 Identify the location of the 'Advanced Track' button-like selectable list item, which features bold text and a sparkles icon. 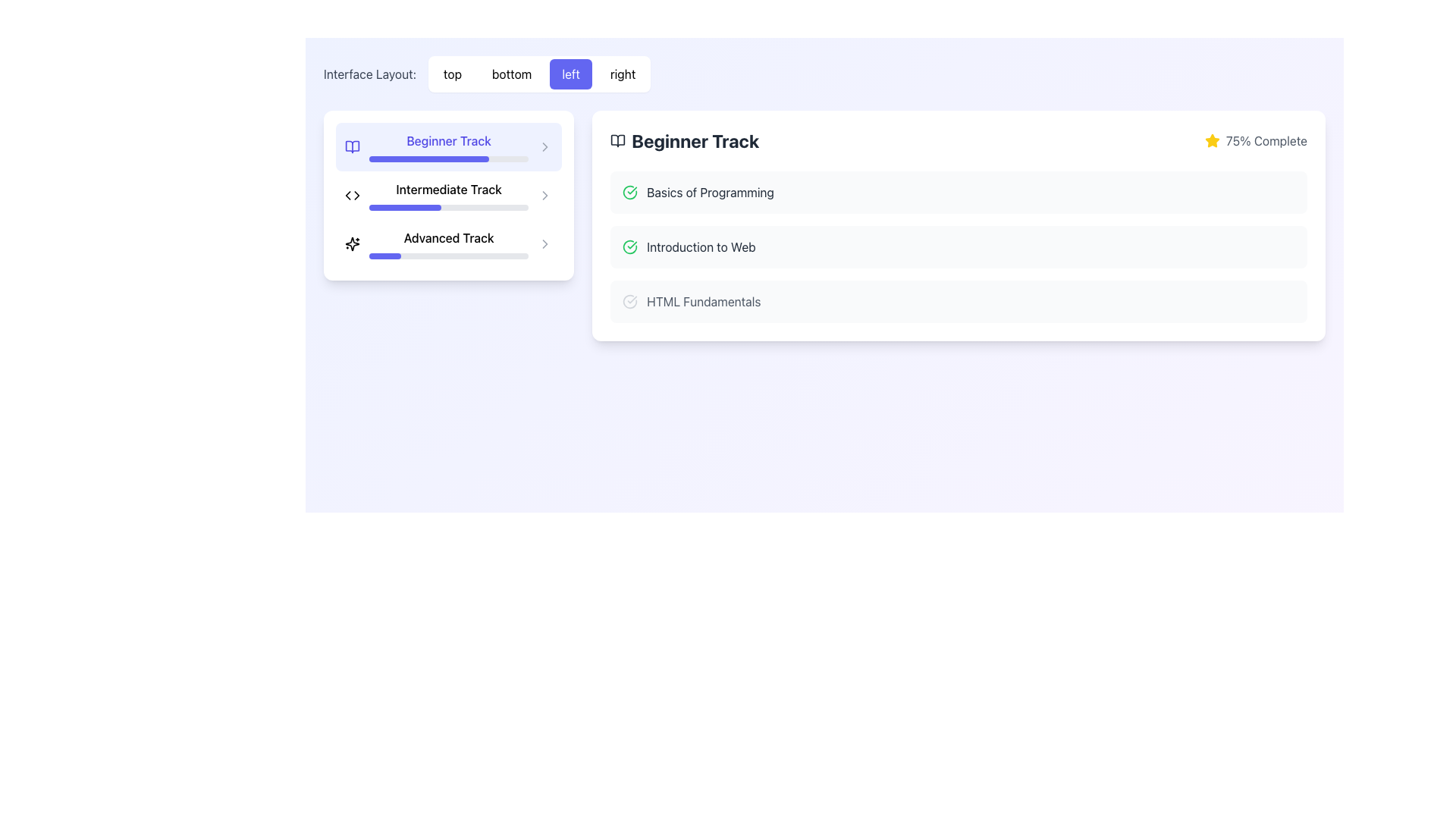
(447, 243).